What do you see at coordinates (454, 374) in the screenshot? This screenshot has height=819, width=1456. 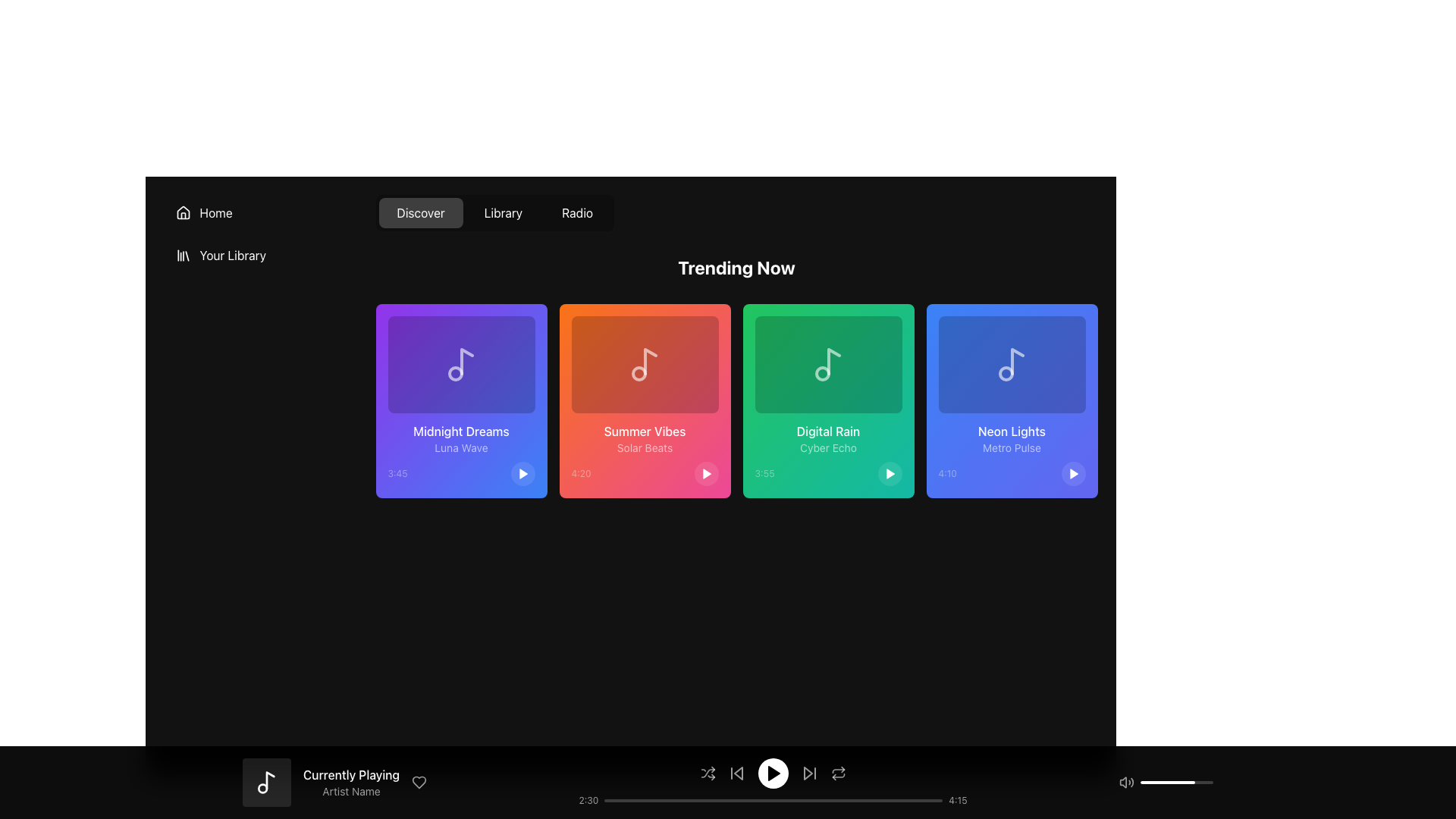 I see `the circular shape with a radius of 4 units, which is part of the musical note icon located above the text 'Midnight Dreams' in the first tile of the 'Trending Now' section` at bounding box center [454, 374].